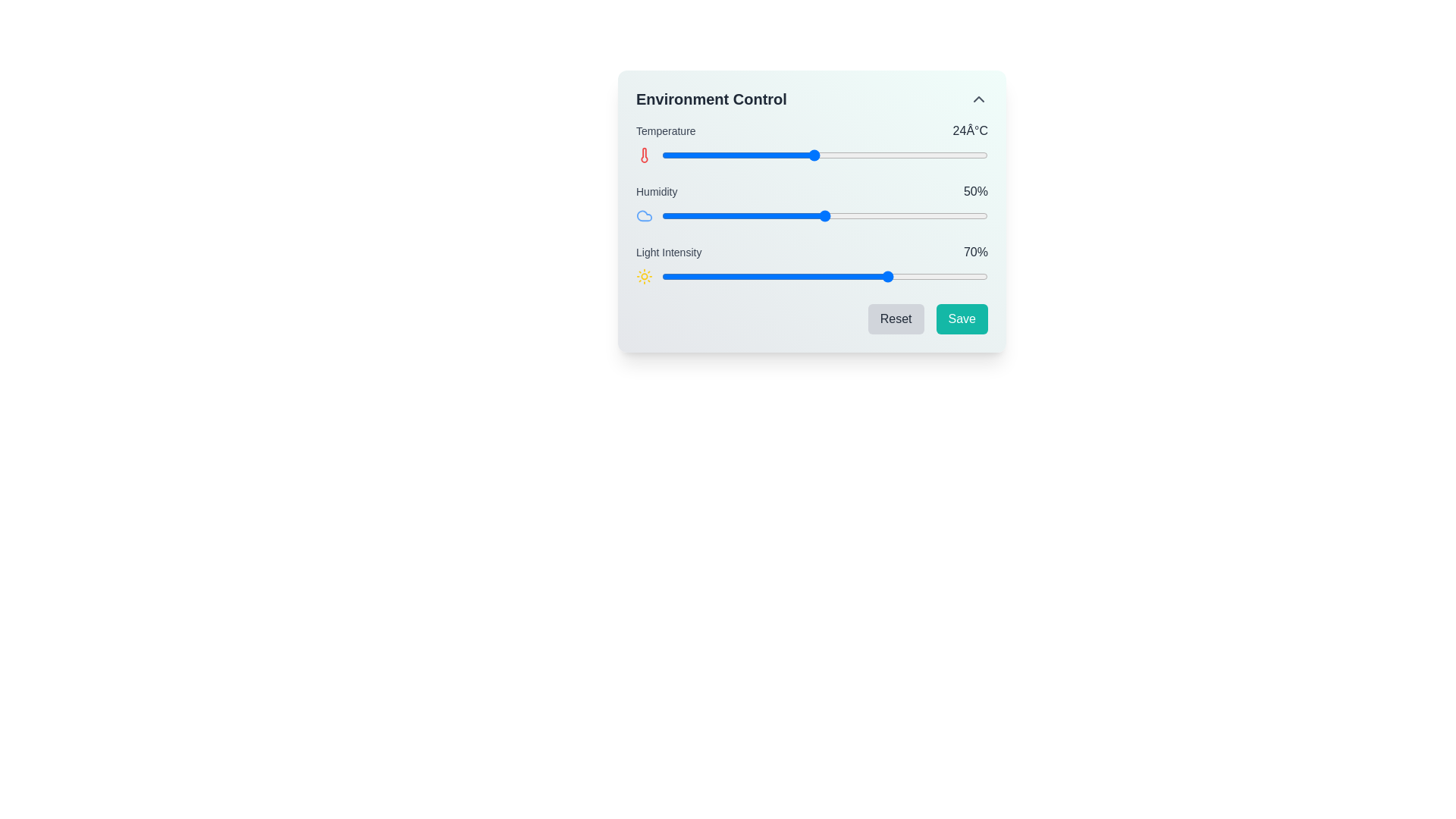 The width and height of the screenshot is (1456, 819). I want to click on the Light Intensity slider, so click(801, 277).